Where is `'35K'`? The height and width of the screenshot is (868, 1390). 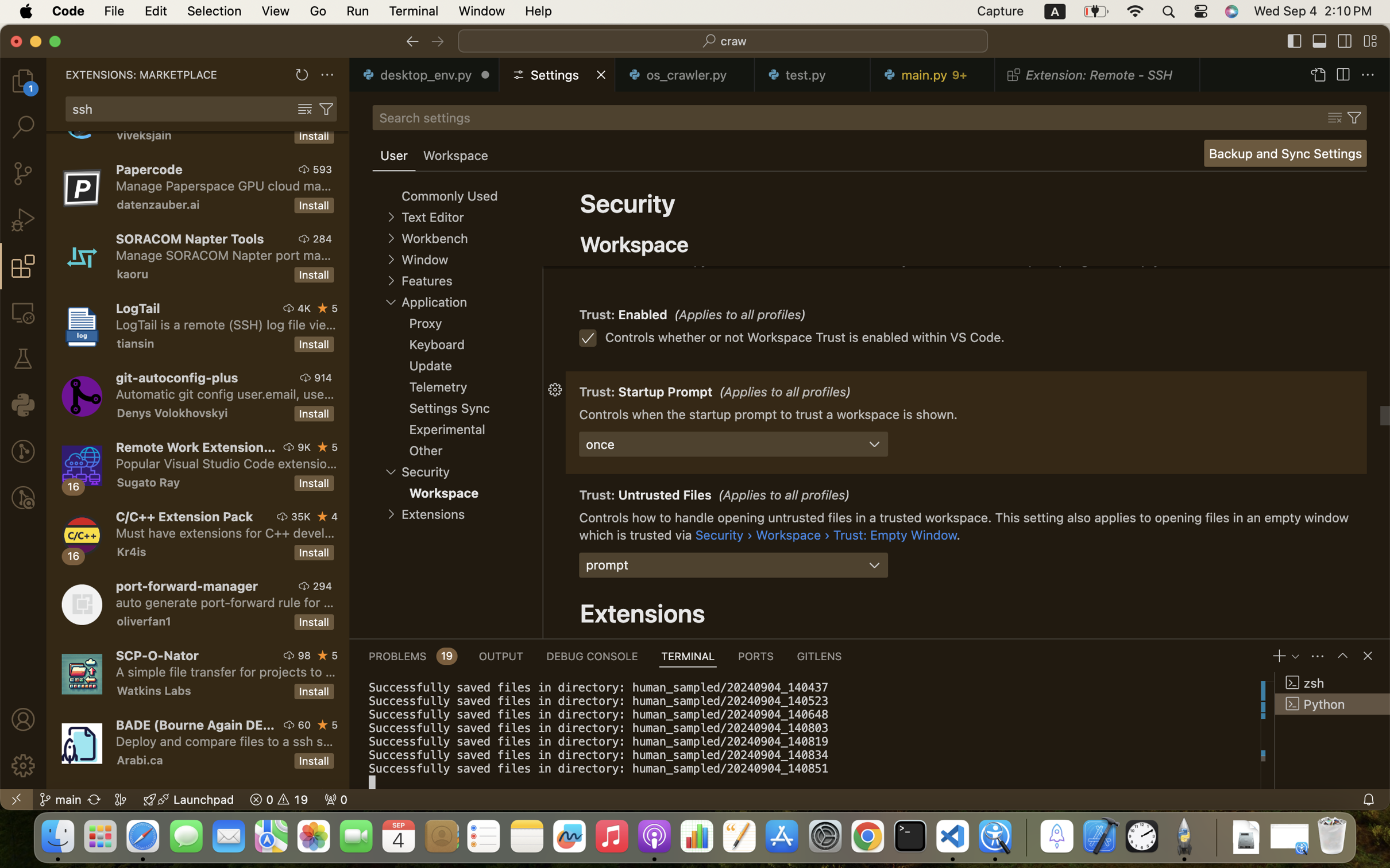
'35K' is located at coordinates (300, 517).